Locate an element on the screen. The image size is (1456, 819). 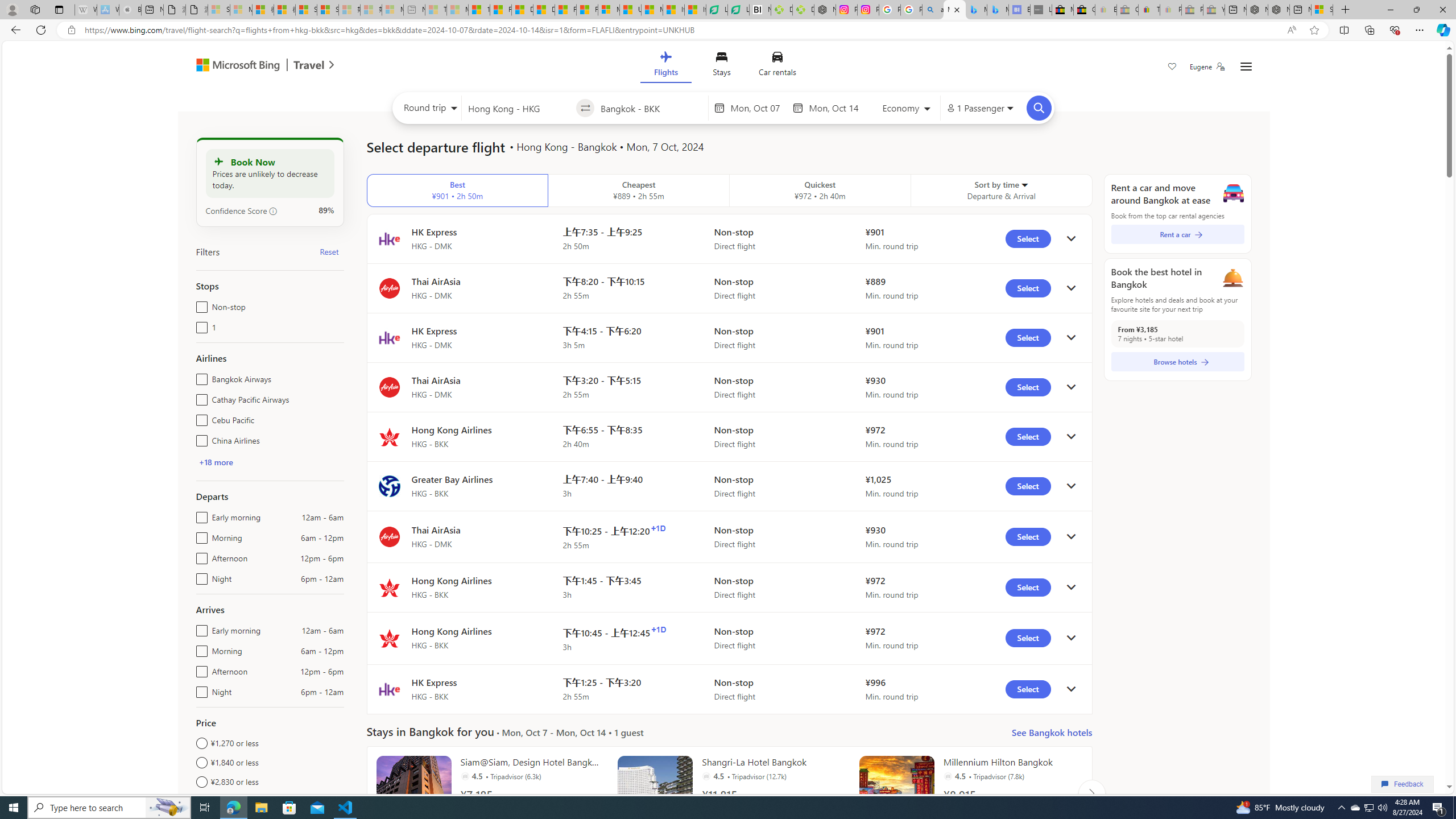
'Bangkok Airways' is located at coordinates (199, 377).